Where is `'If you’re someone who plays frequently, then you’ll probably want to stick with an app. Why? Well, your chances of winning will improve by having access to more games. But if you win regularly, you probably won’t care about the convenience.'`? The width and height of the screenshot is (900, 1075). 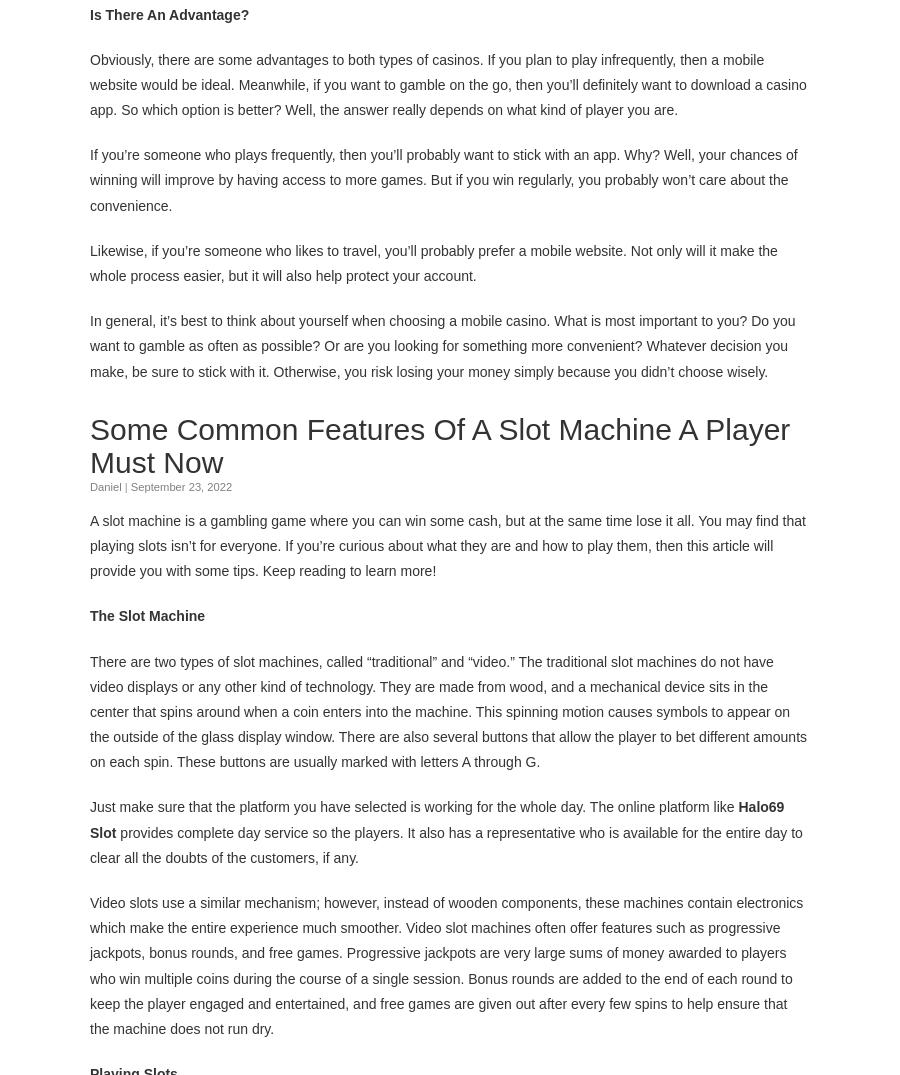
'If you’re someone who plays frequently, then you’ll probably want to stick with an app. Why? Well, your chances of winning will improve by having access to more games. But if you win regularly, you probably won’t care about the convenience.' is located at coordinates (443, 179).